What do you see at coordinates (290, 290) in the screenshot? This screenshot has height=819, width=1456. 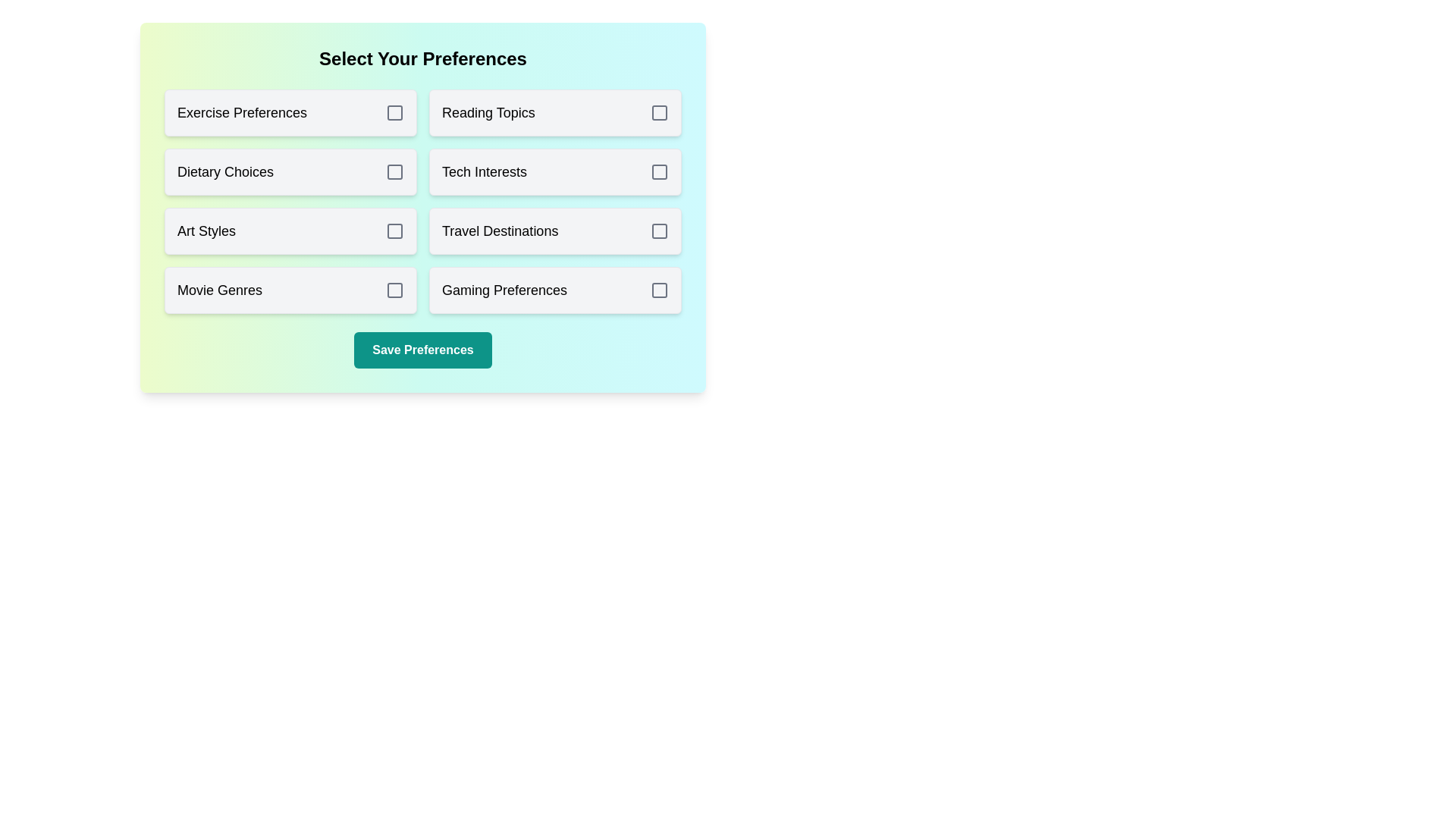 I see `the option Movie Genres to observe its hover effect` at bounding box center [290, 290].